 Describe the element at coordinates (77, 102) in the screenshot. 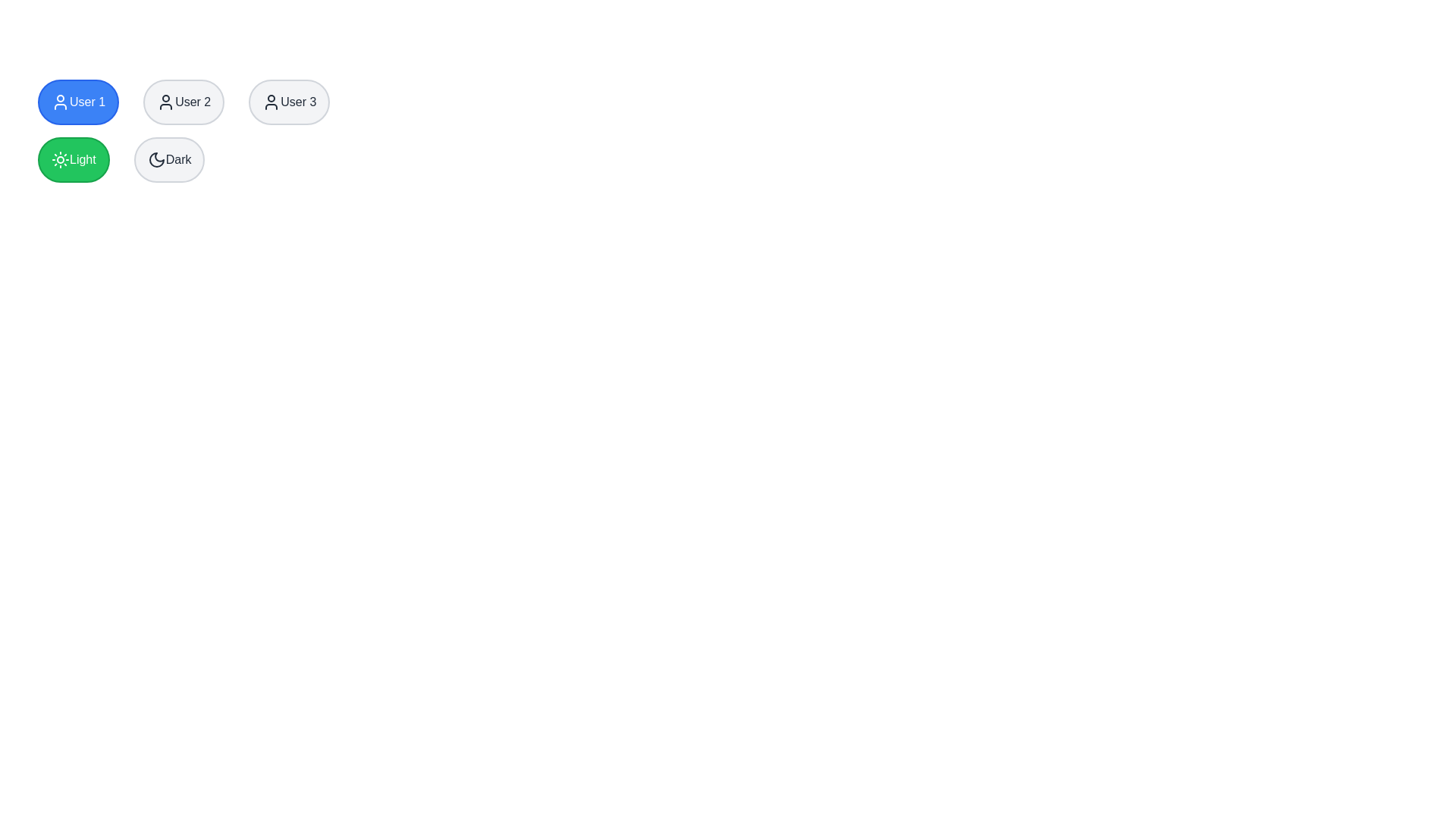

I see `the 'User 1' button located at the upper-left corner of the interface, which is the first button among three similar buttons` at that location.